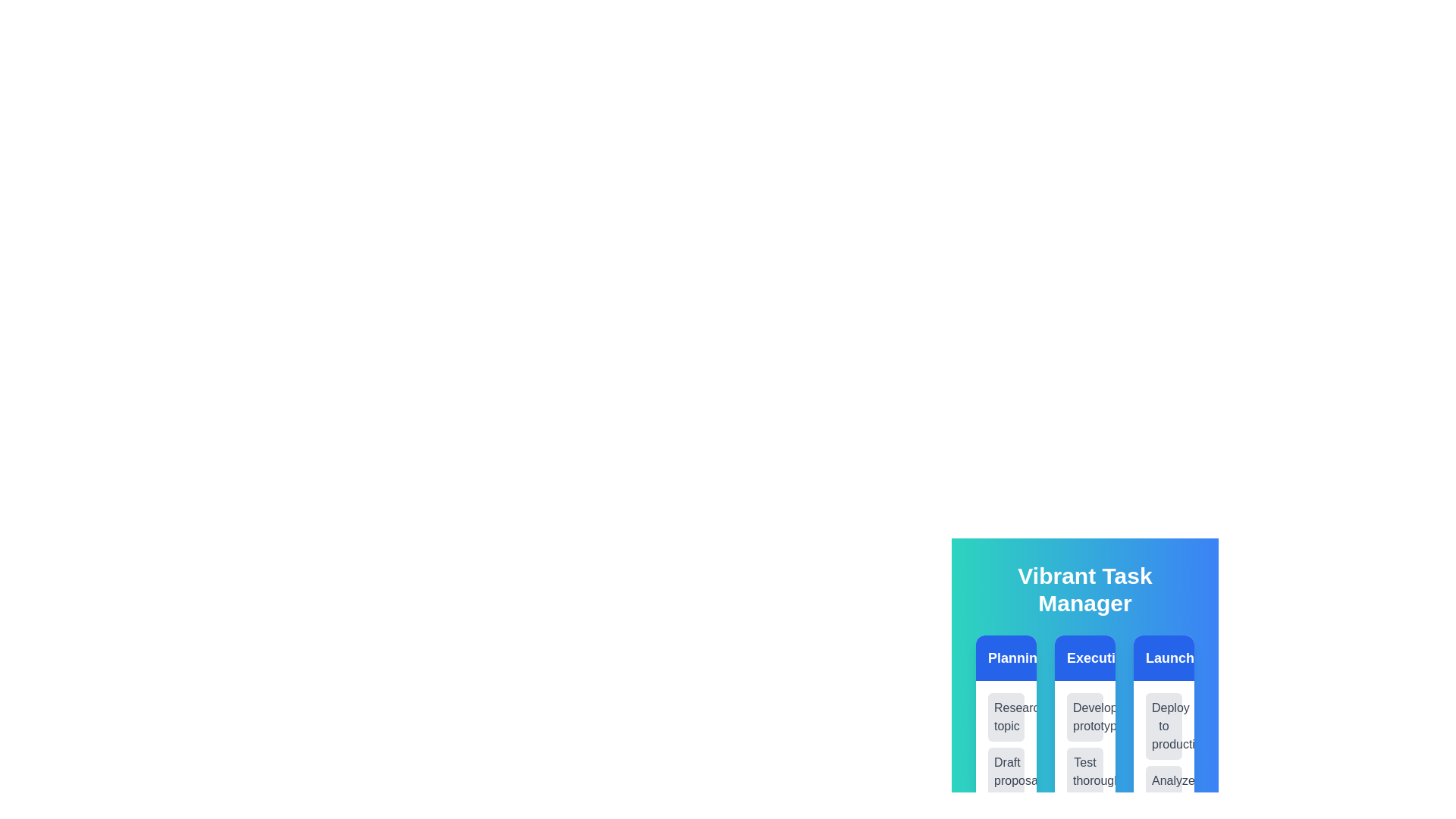  I want to click on the button-like text element with a blue background and the white text 'Launch' located in the top area of the third column in the task management interface, so click(1163, 657).